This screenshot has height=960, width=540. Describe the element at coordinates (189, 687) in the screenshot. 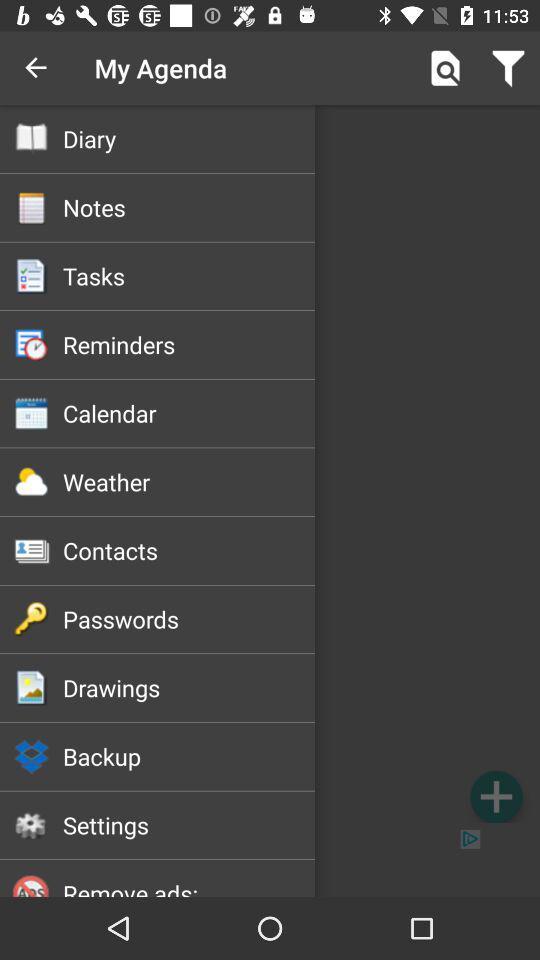

I see `the drawings item` at that location.